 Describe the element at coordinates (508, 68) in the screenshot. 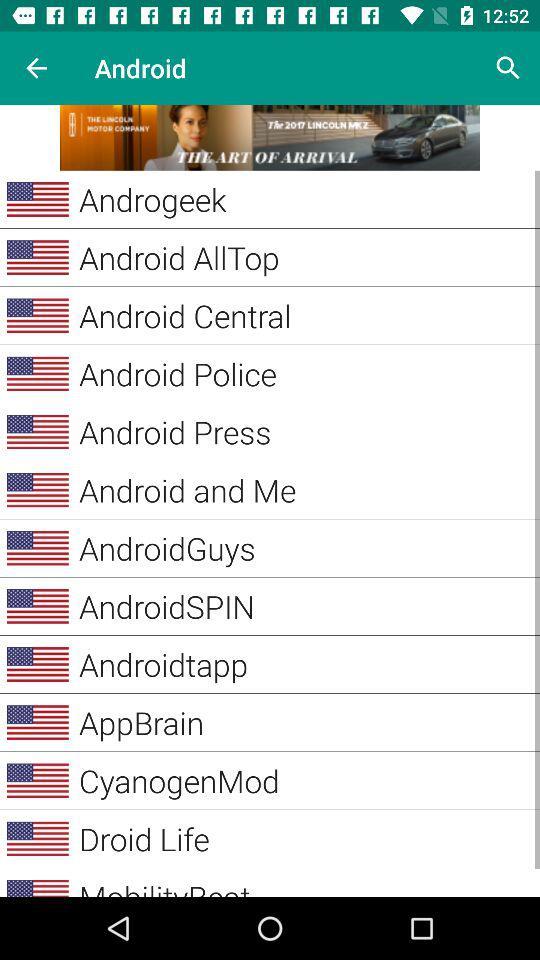

I see `search bar` at that location.